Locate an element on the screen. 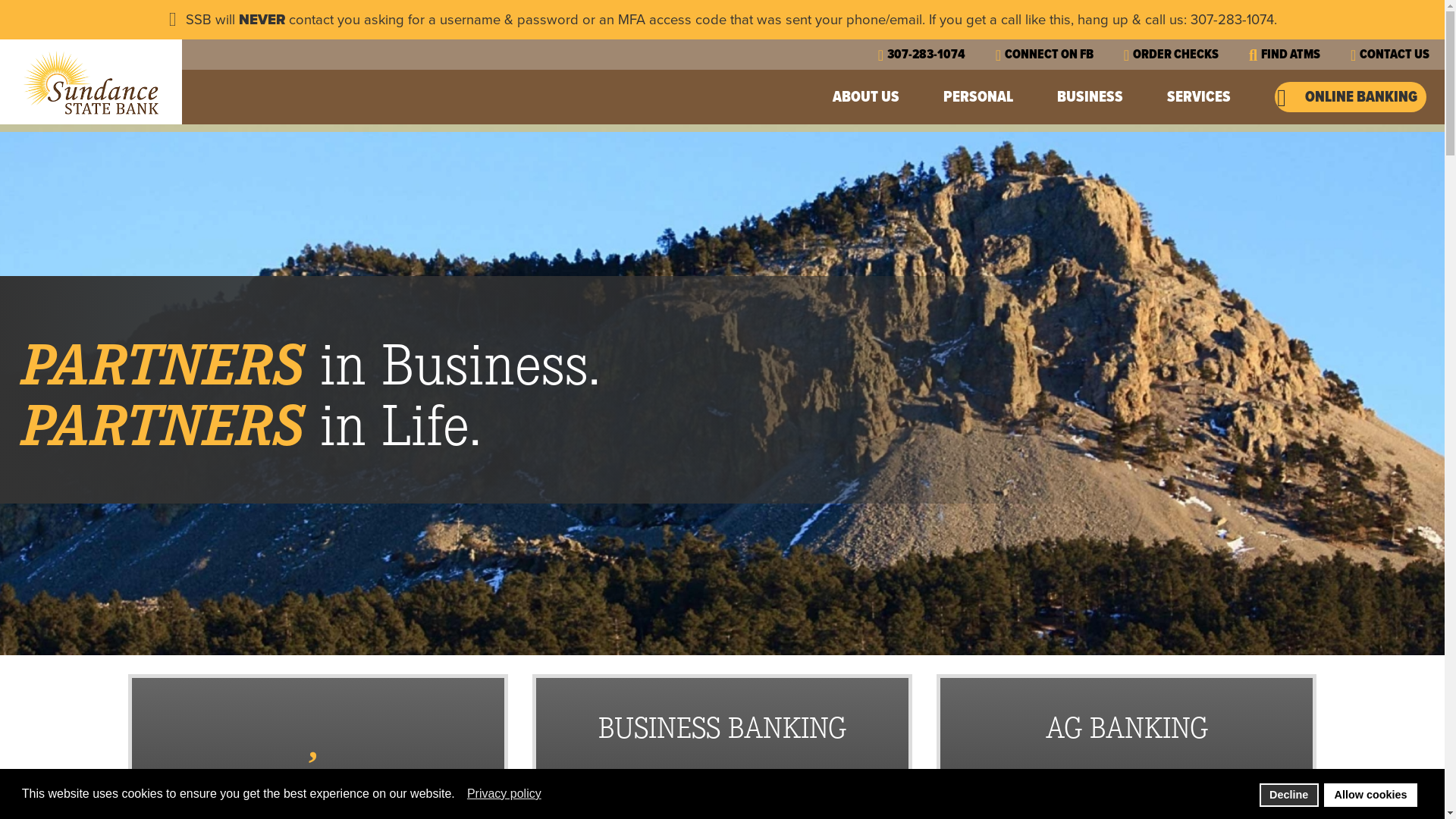 This screenshot has width=1456, height=819. 'SERVICES' is located at coordinates (1200, 96).